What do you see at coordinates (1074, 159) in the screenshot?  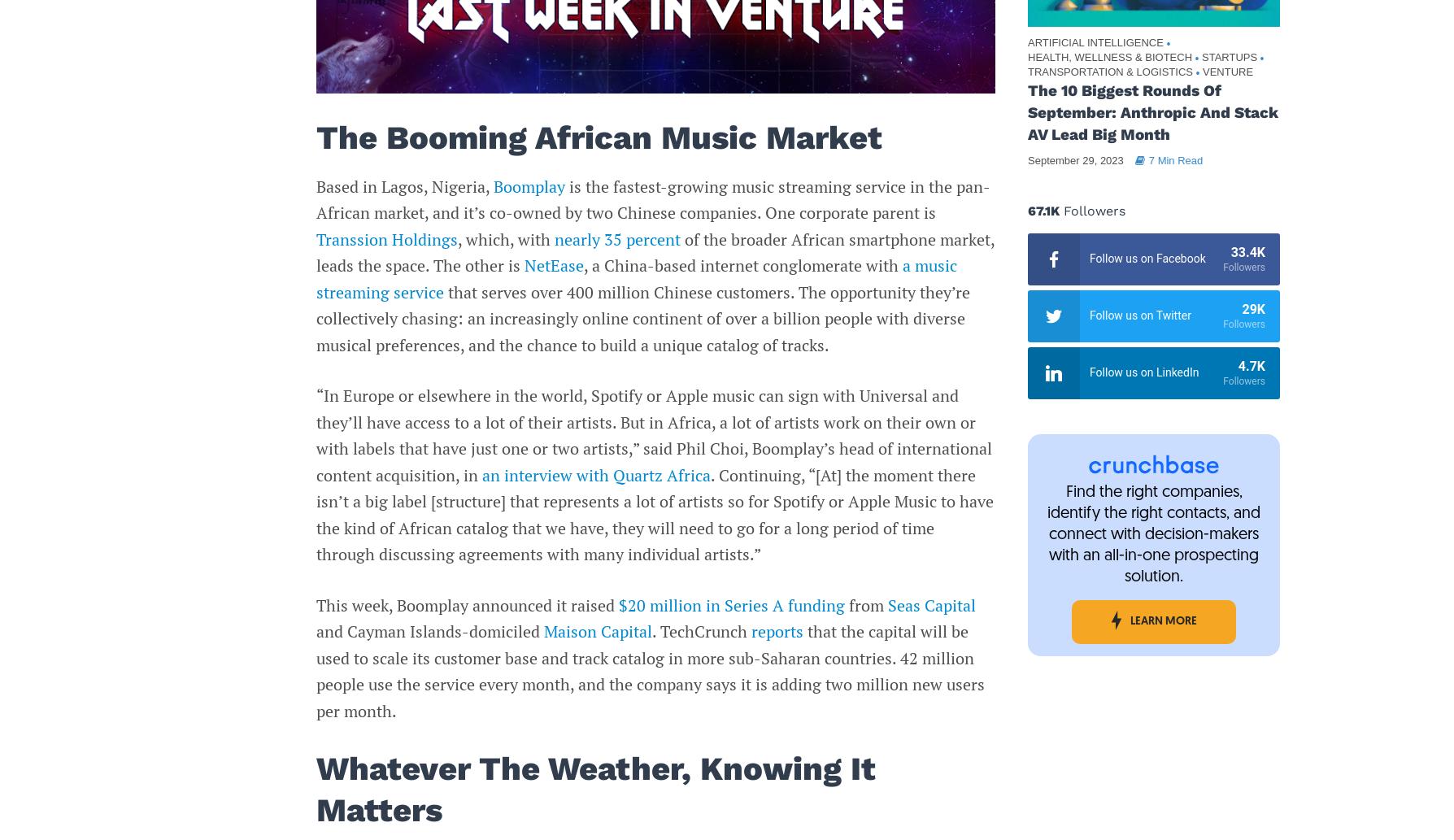 I see `'September 29, 2023'` at bounding box center [1074, 159].